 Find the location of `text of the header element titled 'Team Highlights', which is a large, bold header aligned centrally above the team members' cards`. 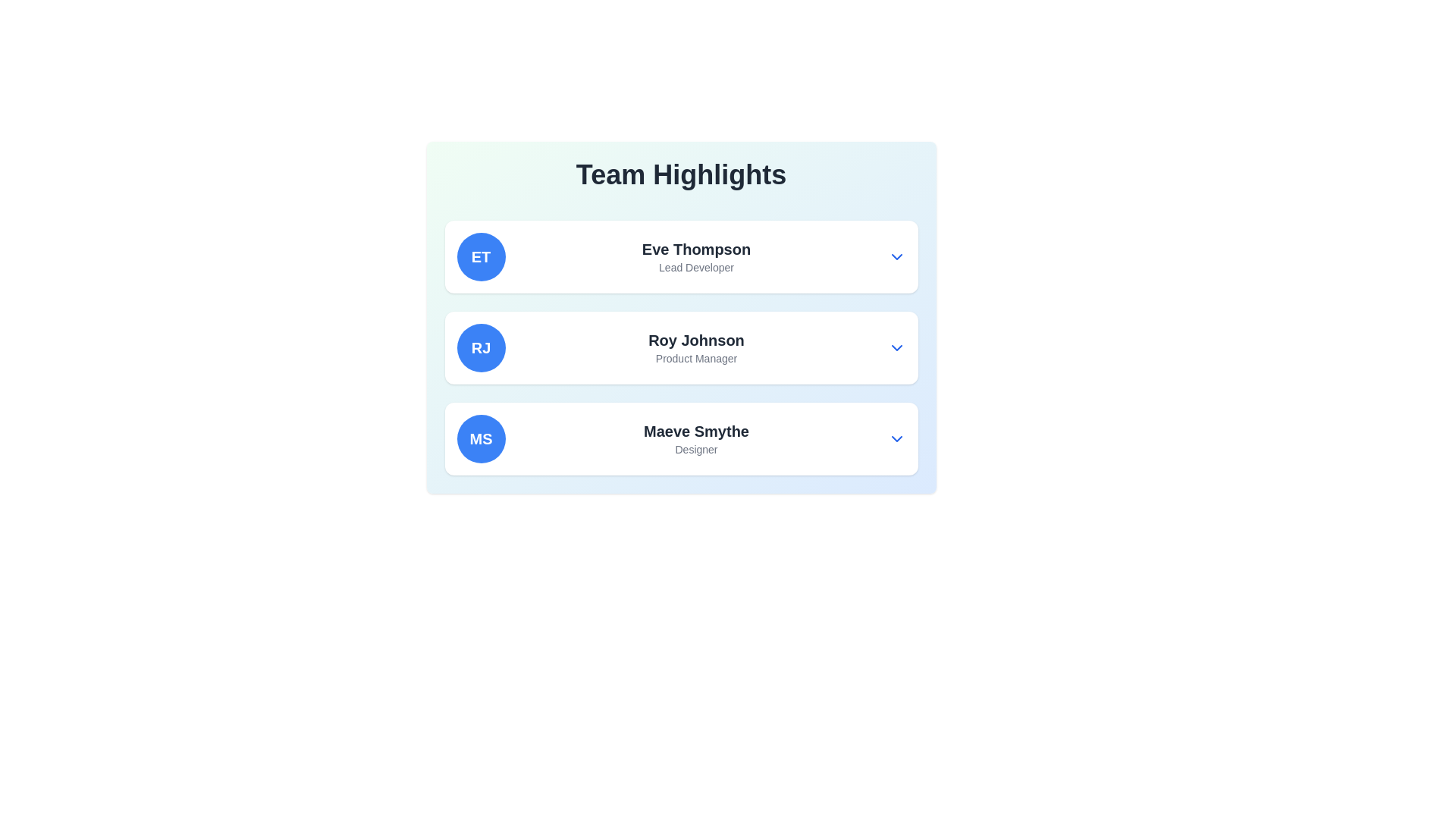

text of the header element titled 'Team Highlights', which is a large, bold header aligned centrally above the team members' cards is located at coordinates (680, 174).